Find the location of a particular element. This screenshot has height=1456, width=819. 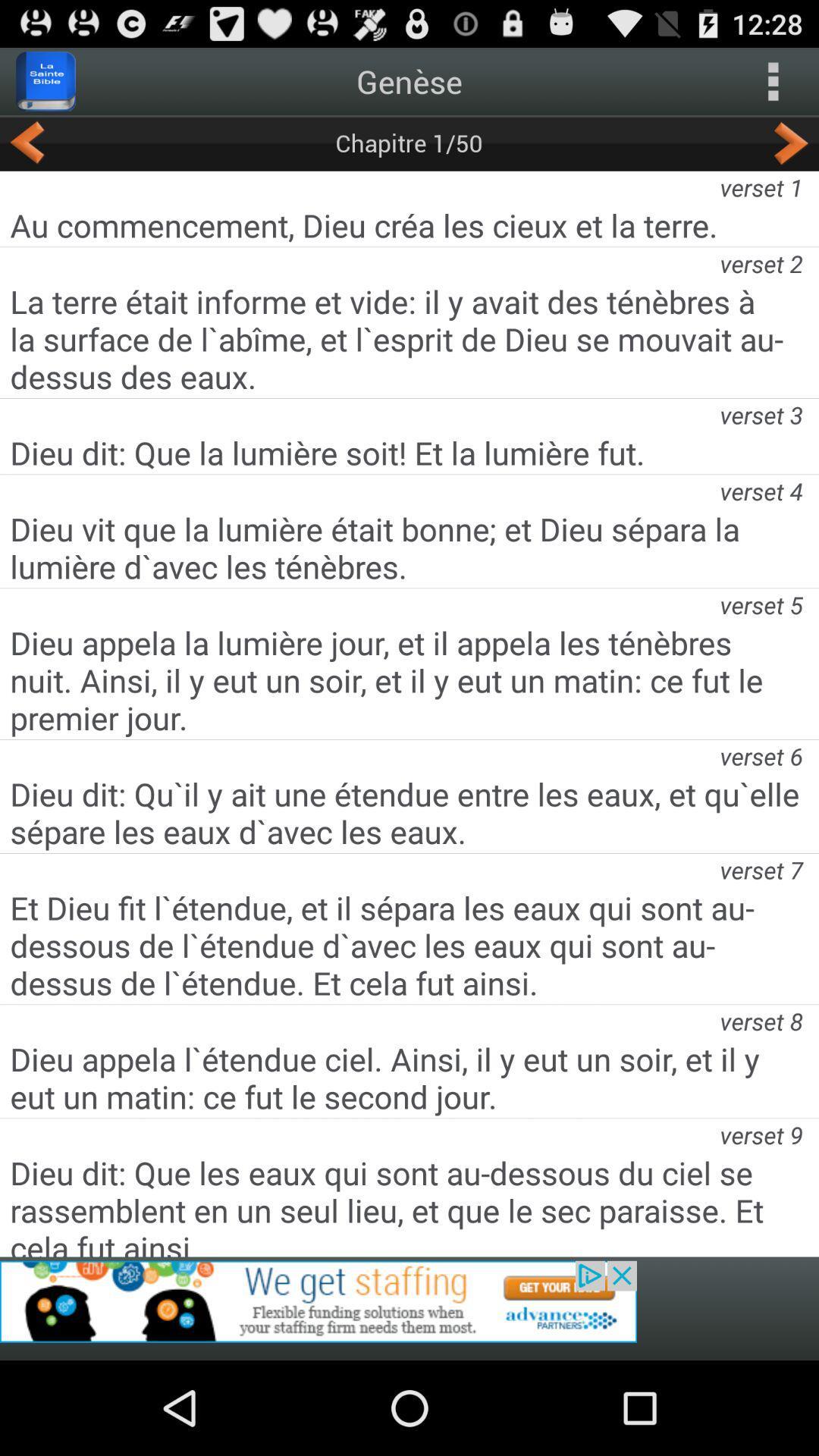

the book icon is located at coordinates (45, 86).